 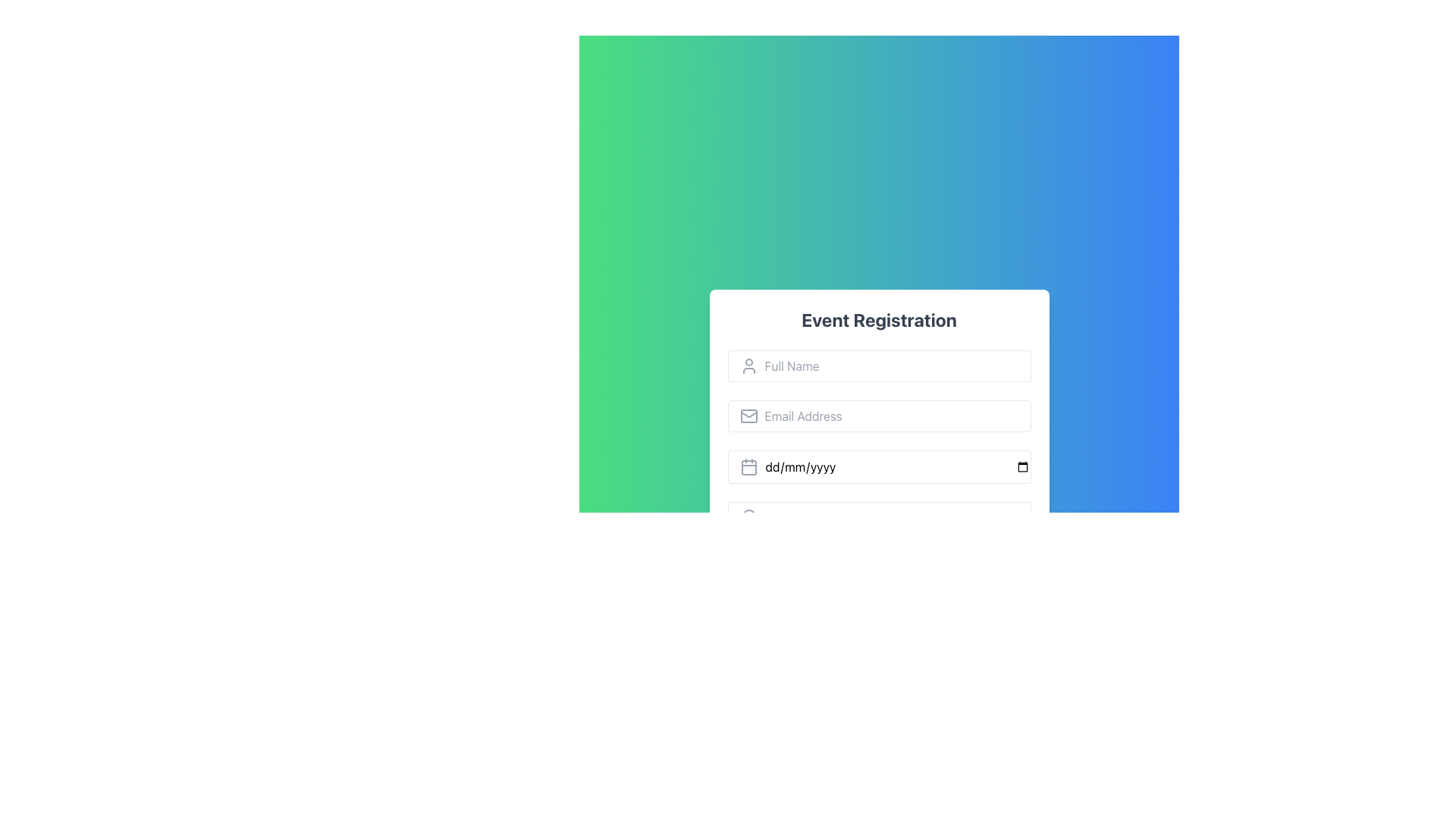 I want to click on the mail icon, which is a light gray outlined envelope located to the left of the 'Email Address' input field in the second input field from the top of the form, so click(x=748, y=416).